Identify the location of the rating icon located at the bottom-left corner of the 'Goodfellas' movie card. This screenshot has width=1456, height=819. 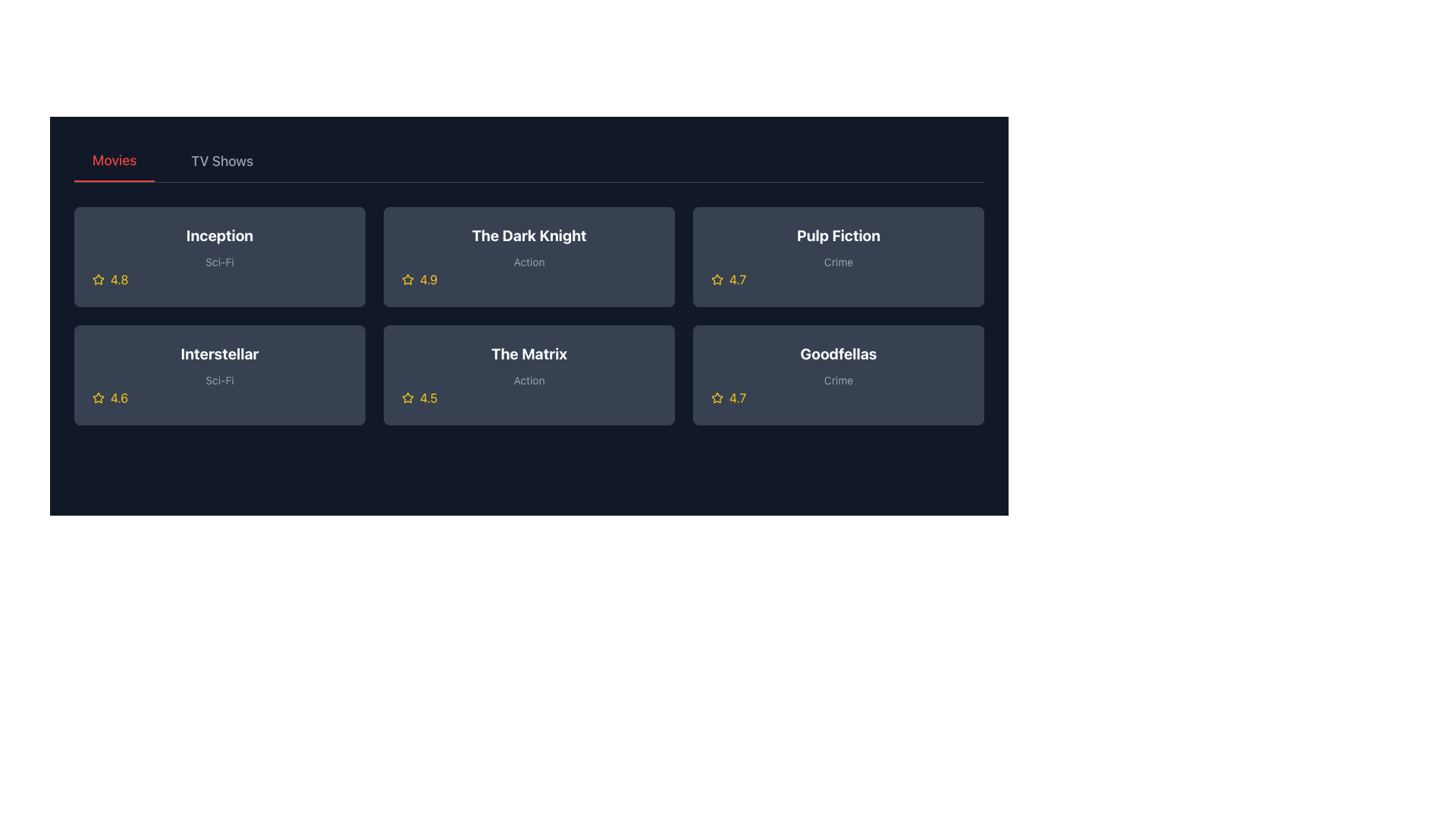
(716, 397).